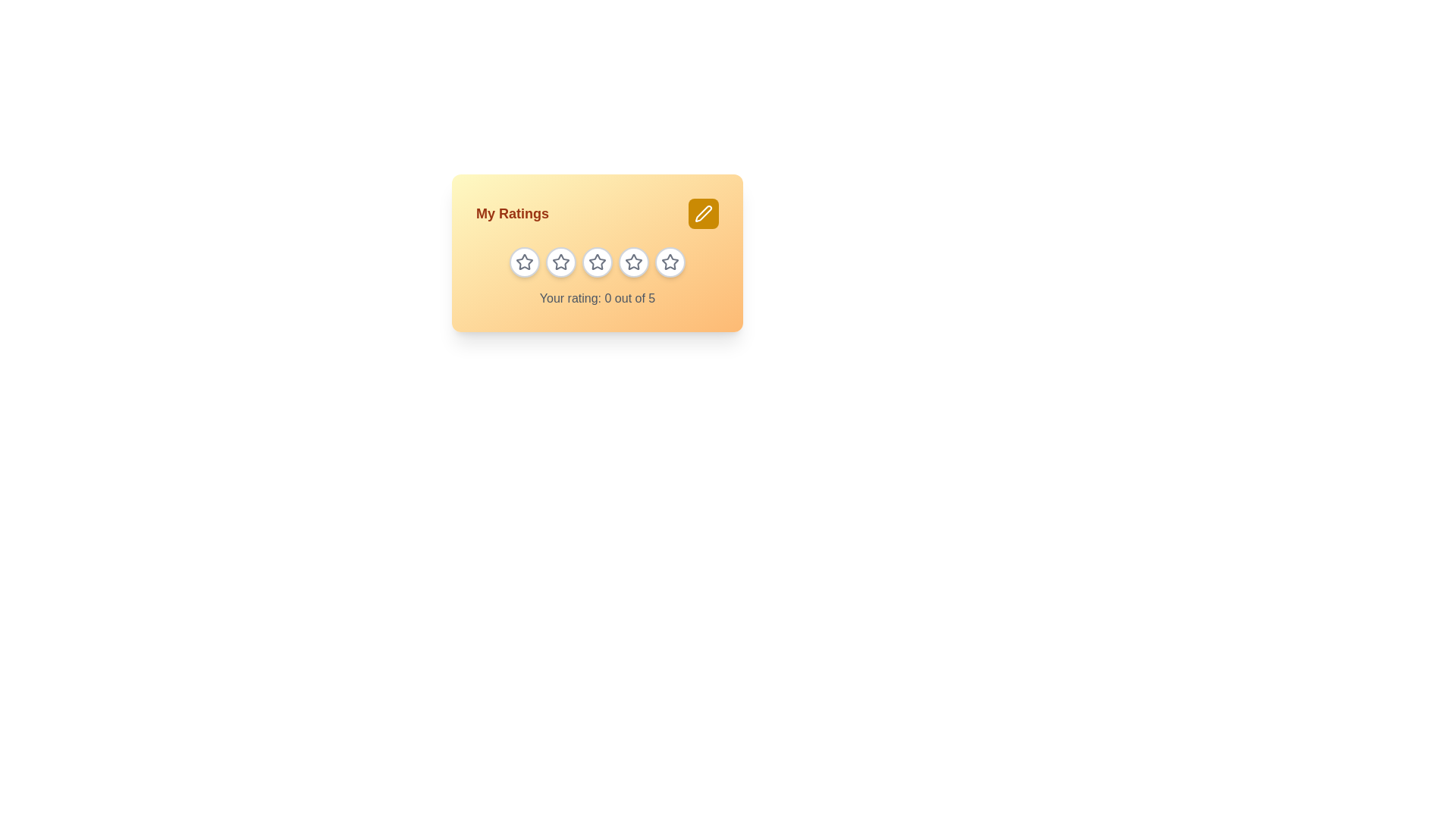 The height and width of the screenshot is (819, 1456). What do you see at coordinates (524, 261) in the screenshot?
I see `the first star icon in the rating interface` at bounding box center [524, 261].